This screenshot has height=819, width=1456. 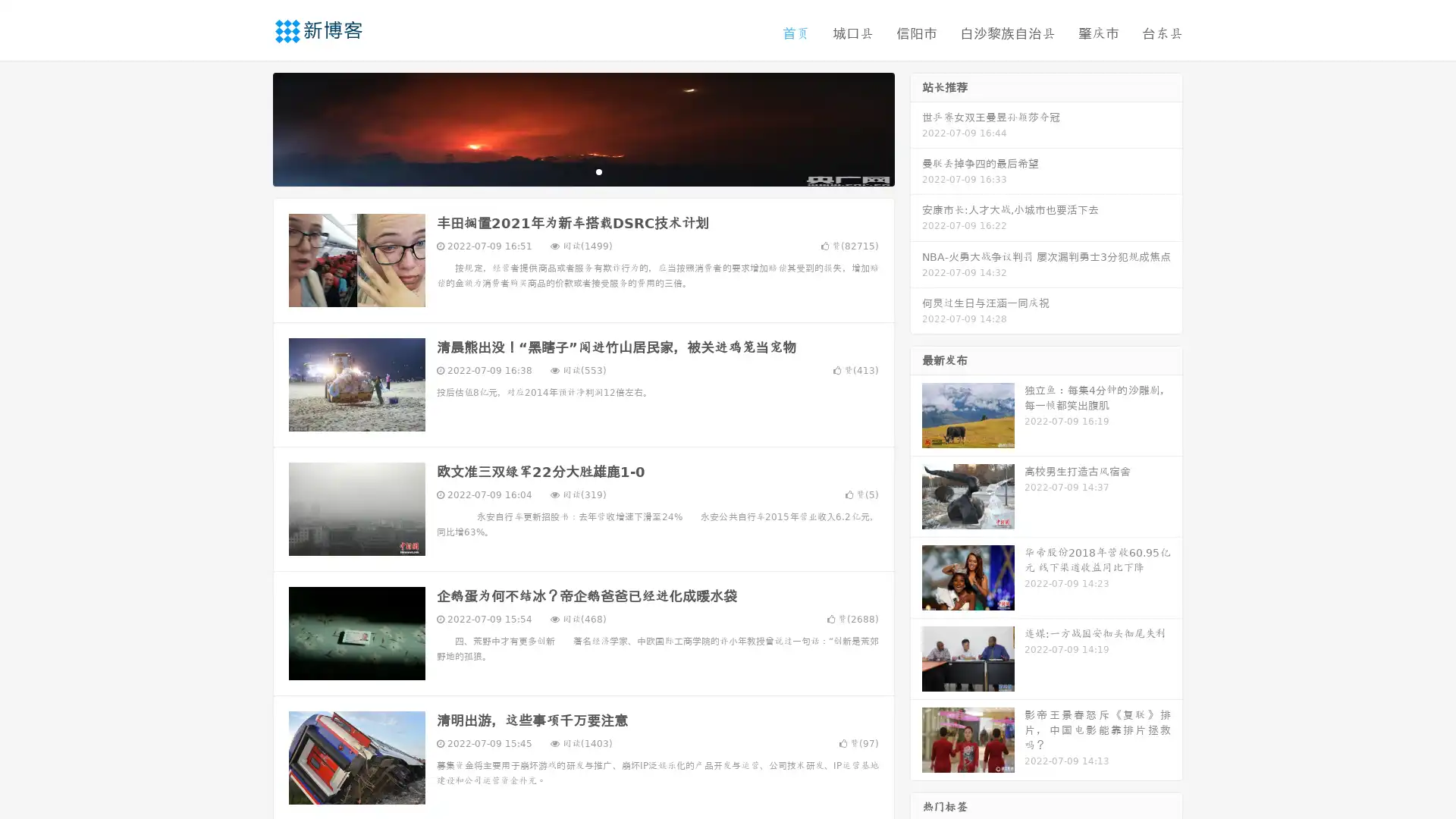 I want to click on Go to slide 3, so click(x=598, y=171).